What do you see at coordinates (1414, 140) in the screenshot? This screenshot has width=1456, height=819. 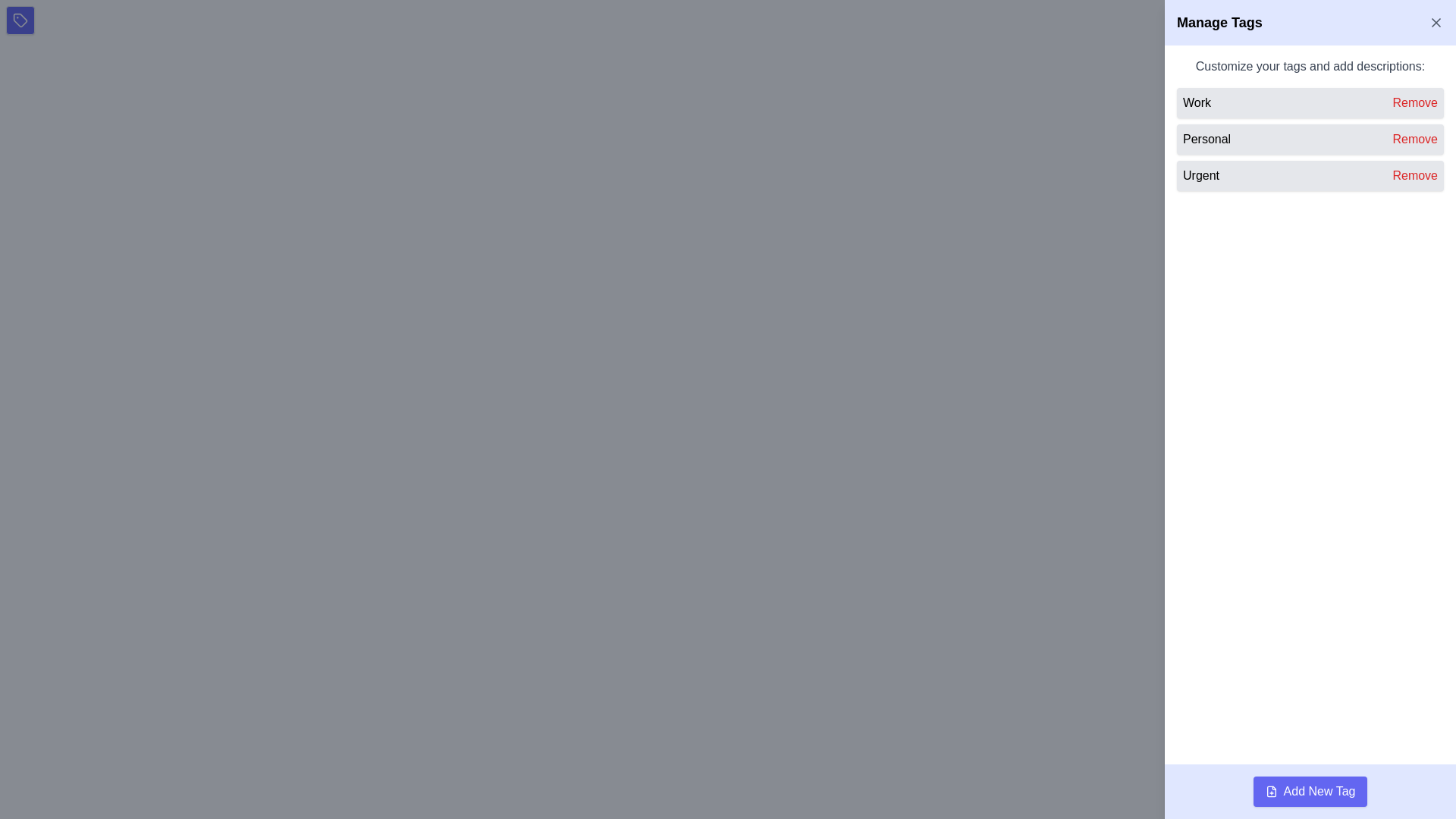 I see `the button that removes the 'Personal' tag, located in the second list item under the 'Manage Tags' section, to the right of the tag label 'Personal'` at bounding box center [1414, 140].